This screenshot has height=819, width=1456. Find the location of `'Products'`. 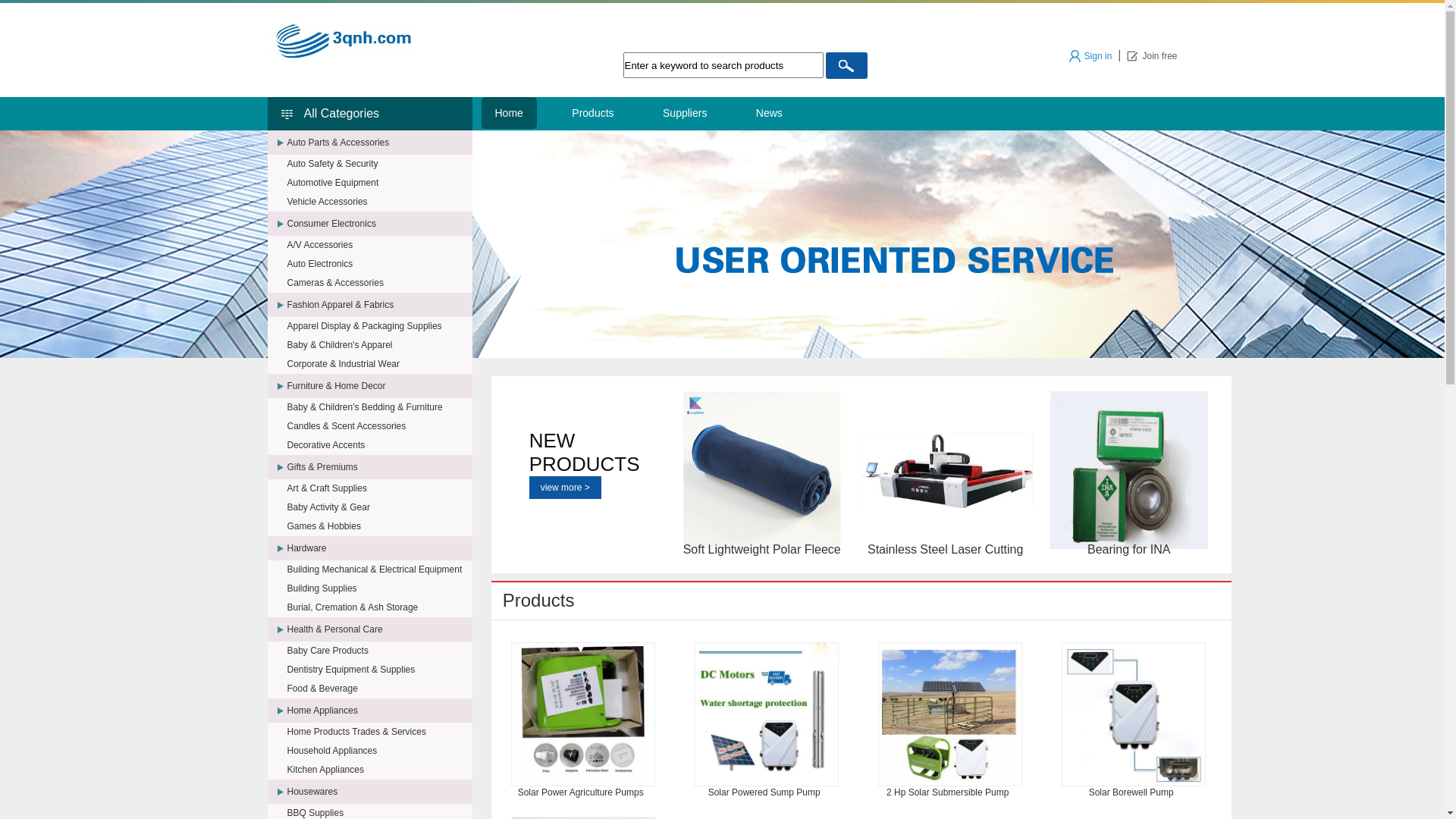

'Products' is located at coordinates (557, 112).